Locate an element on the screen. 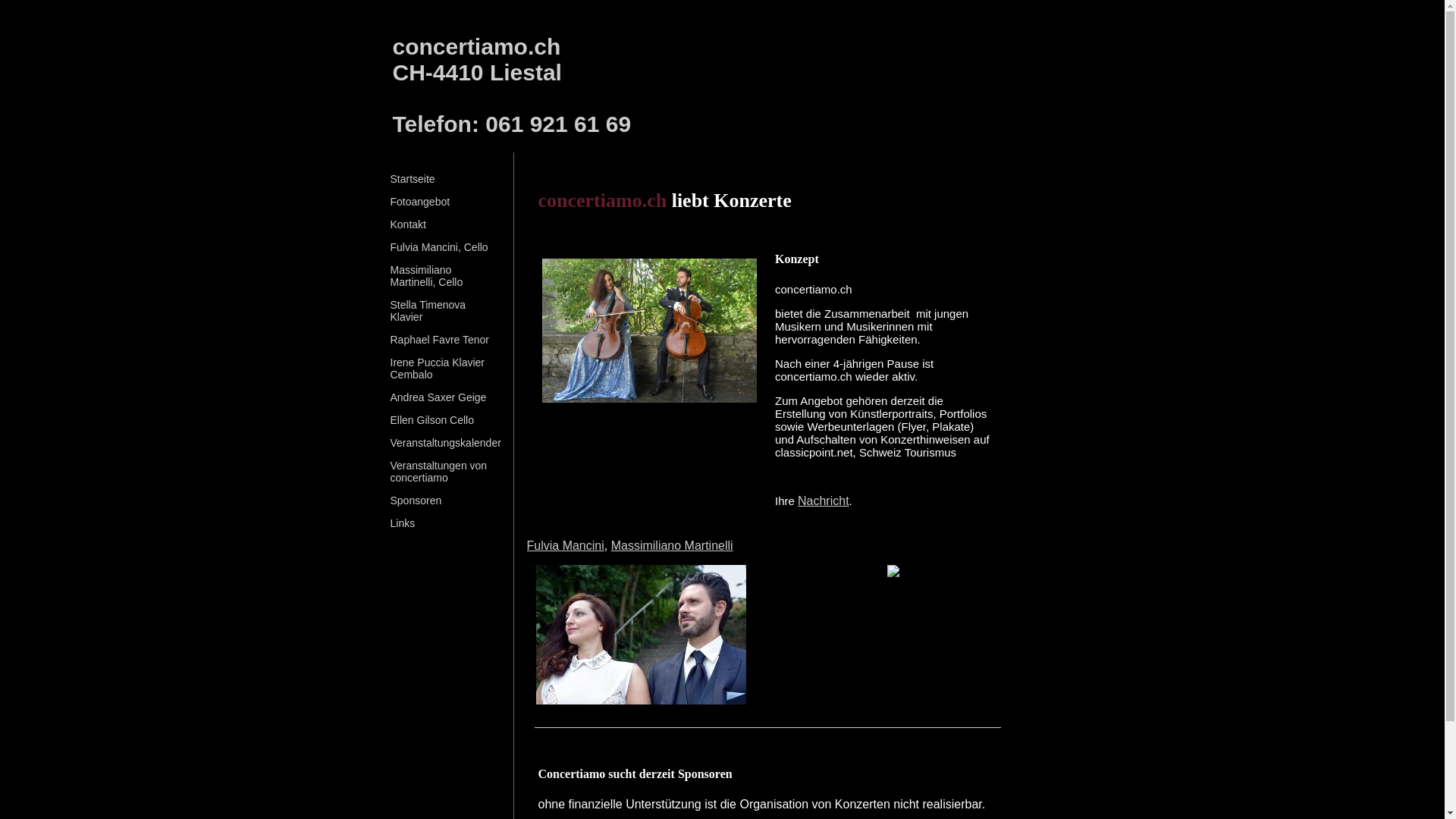 The image size is (1456, 819). 'Massimiliano Martinelli' is located at coordinates (611, 544).